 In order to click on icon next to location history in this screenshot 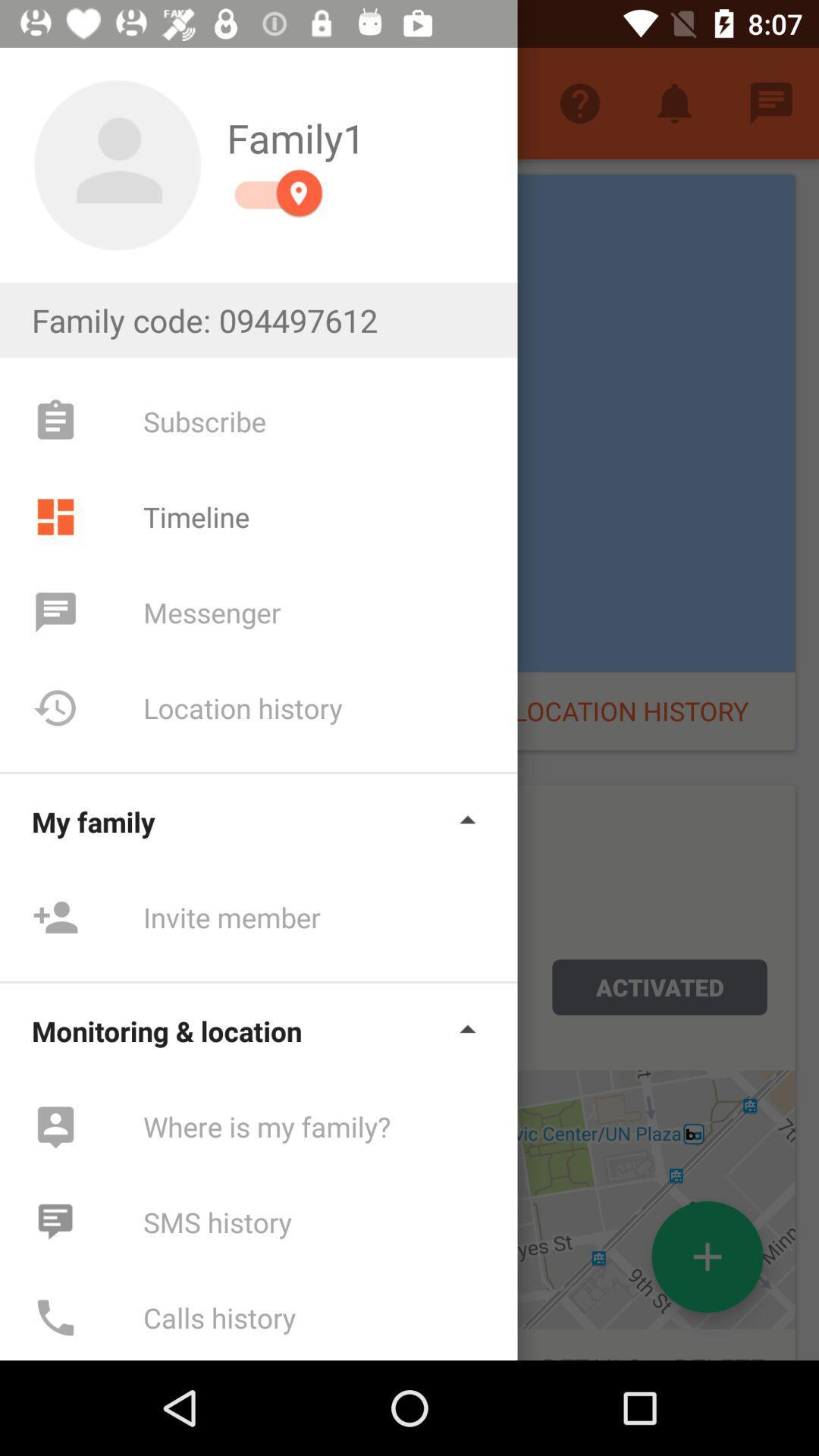, I will do `click(55, 707)`.